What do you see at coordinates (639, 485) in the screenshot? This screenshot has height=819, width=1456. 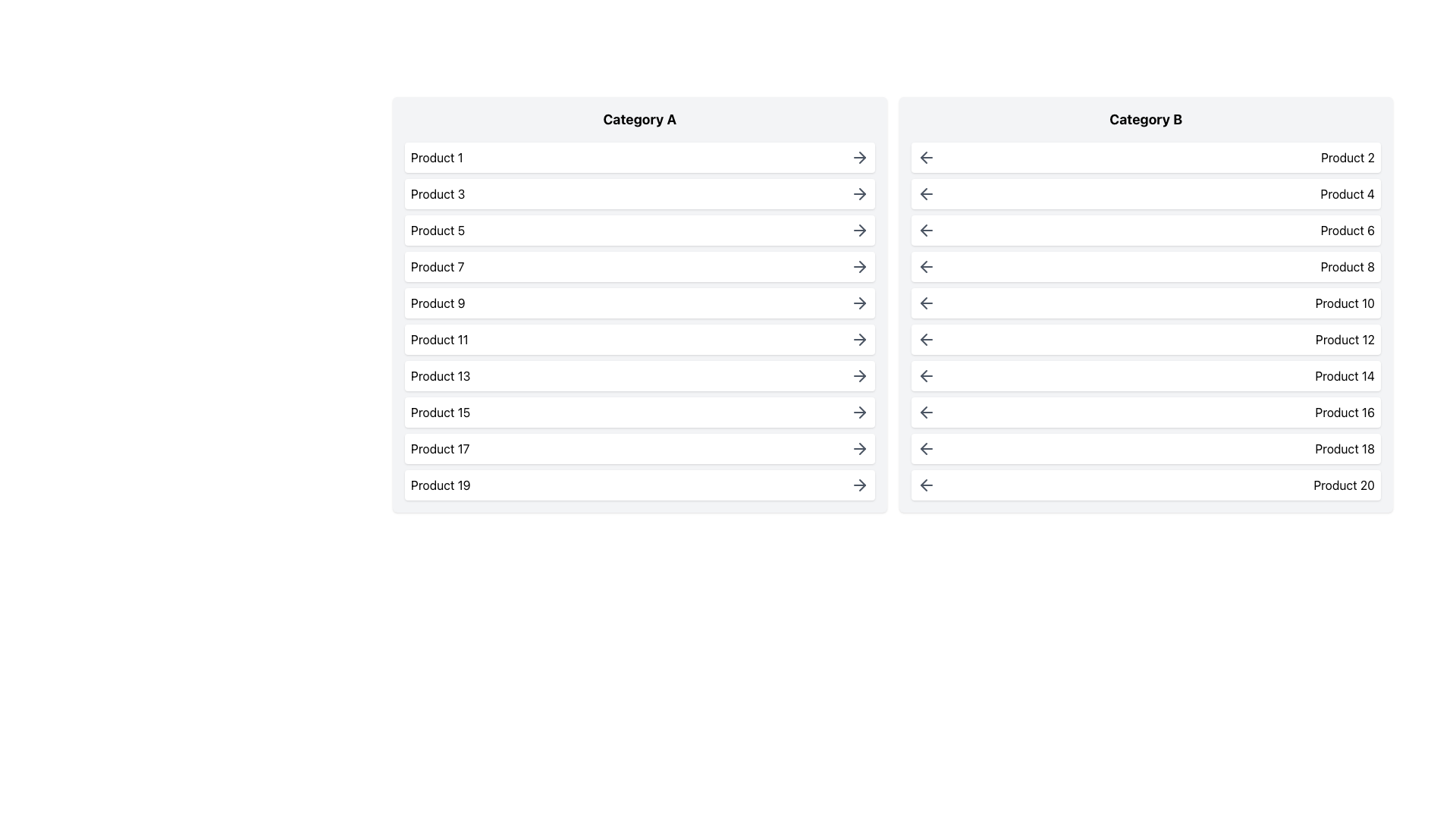 I see `the interactive list item for 'Product 19', which is the last item in the vertical list under 'Category A'` at bounding box center [639, 485].